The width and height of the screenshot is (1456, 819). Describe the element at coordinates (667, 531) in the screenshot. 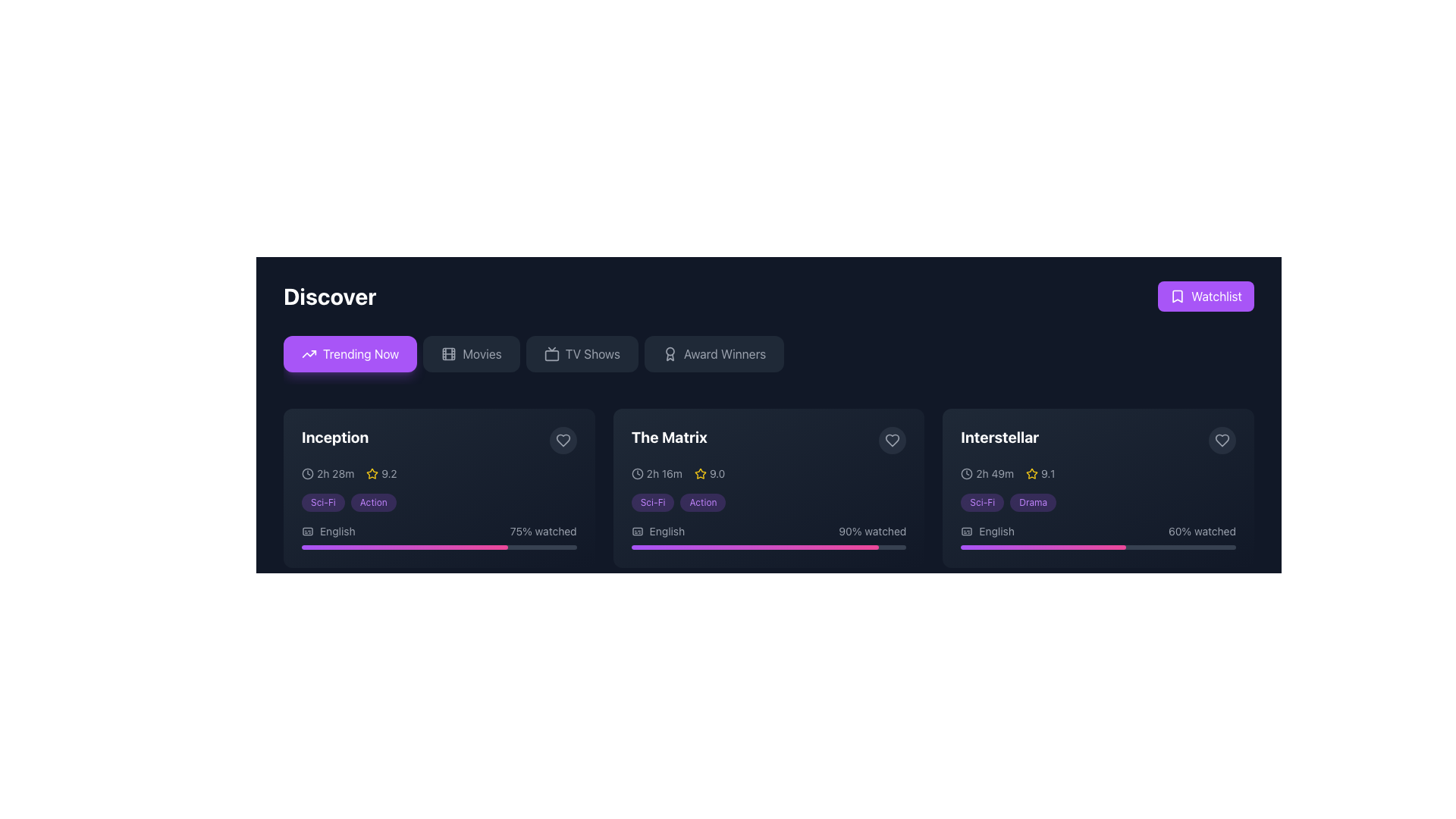

I see `the static text label displaying 'English', which is styled in a legible, sans-serif font and positioned next to a small icon resembling a subtitle or caption symbol, located in the bottom-left portion of the second card titled 'The Matrix'` at that location.